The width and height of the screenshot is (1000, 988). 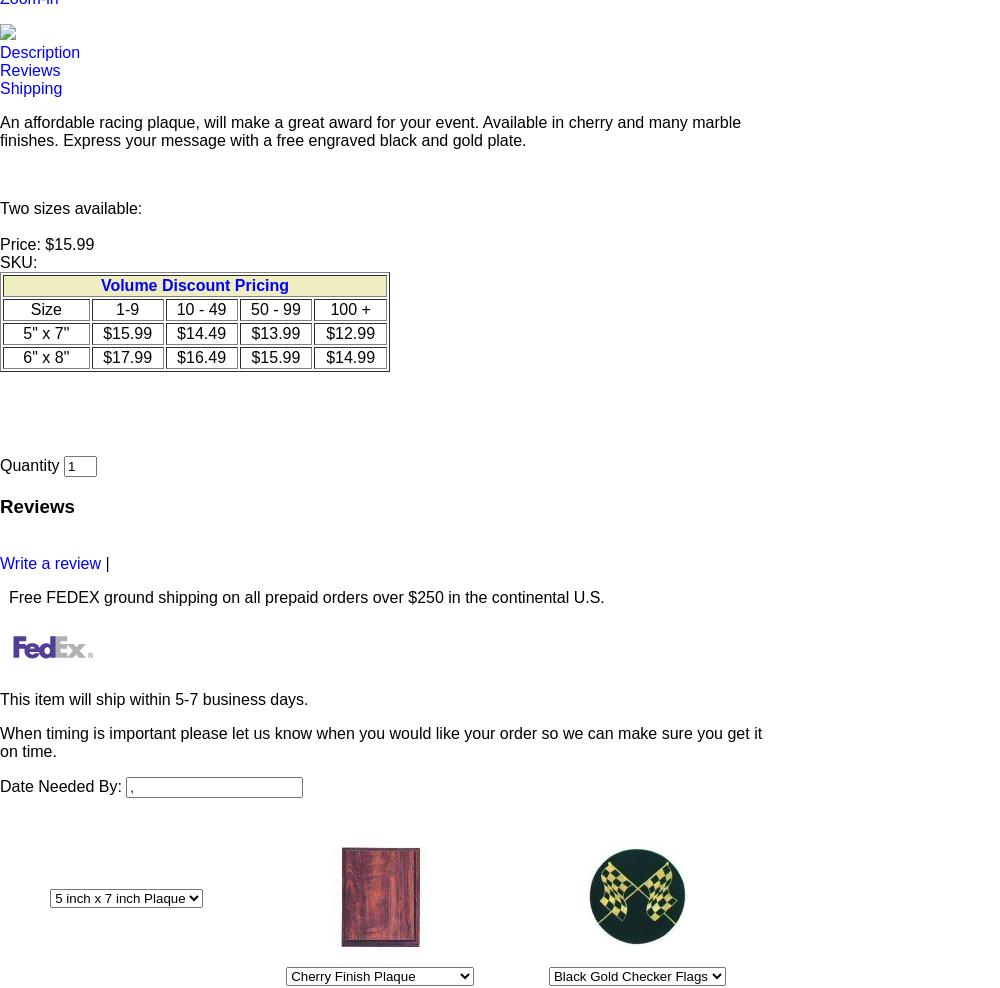 What do you see at coordinates (62, 784) in the screenshot?
I see `'Date Needed By:'` at bounding box center [62, 784].